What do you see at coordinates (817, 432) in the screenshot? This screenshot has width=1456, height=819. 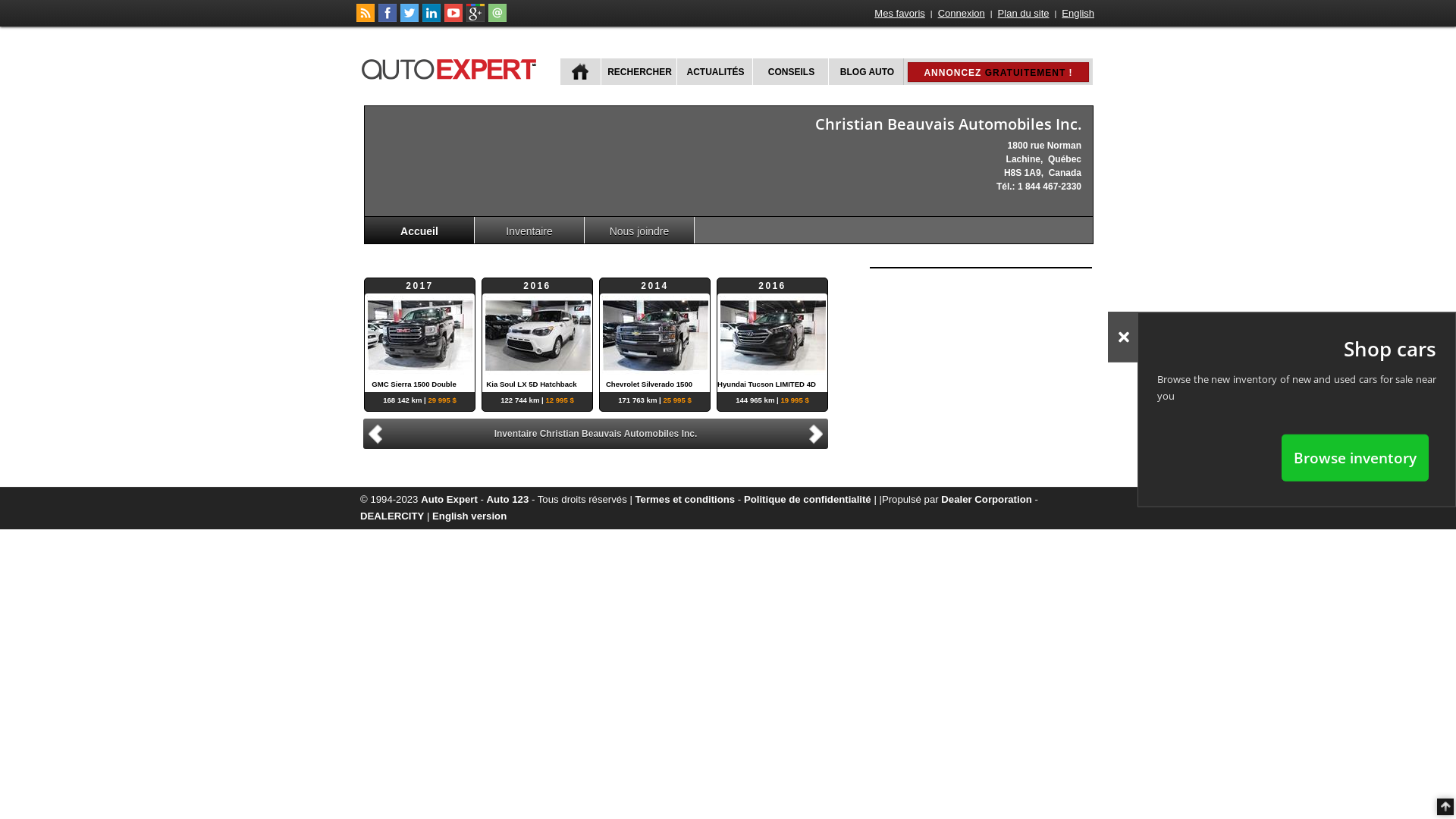 I see `'Suivant'` at bounding box center [817, 432].